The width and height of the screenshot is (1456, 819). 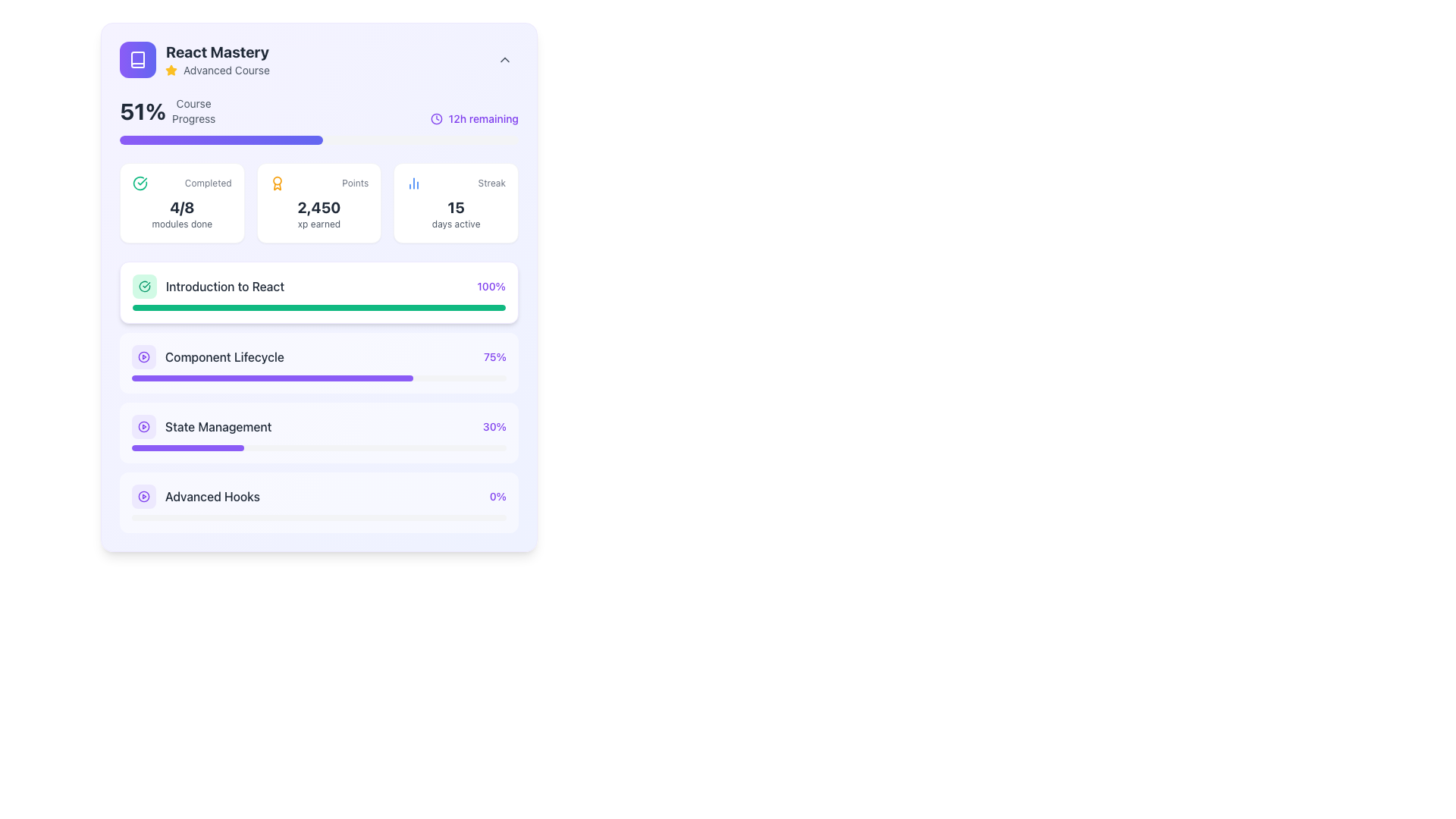 What do you see at coordinates (144, 356) in the screenshot?
I see `the outer circle of the 'play' icon, which is violet in color and positioned to the left of the 'State Management' label in the progress list section` at bounding box center [144, 356].